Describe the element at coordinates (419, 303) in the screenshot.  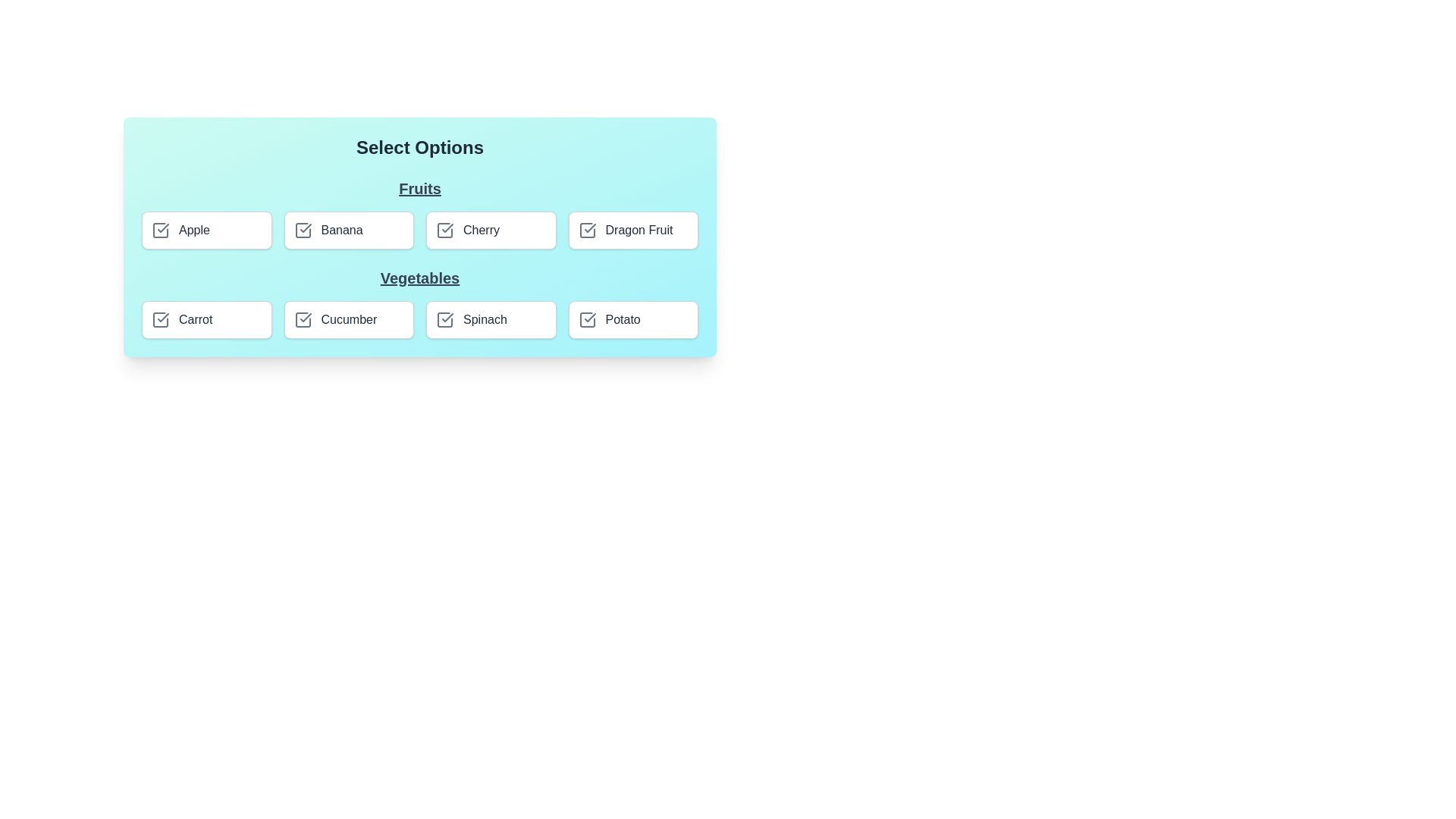
I see `the vegetable name in the grid-based selectable list interface` at that location.